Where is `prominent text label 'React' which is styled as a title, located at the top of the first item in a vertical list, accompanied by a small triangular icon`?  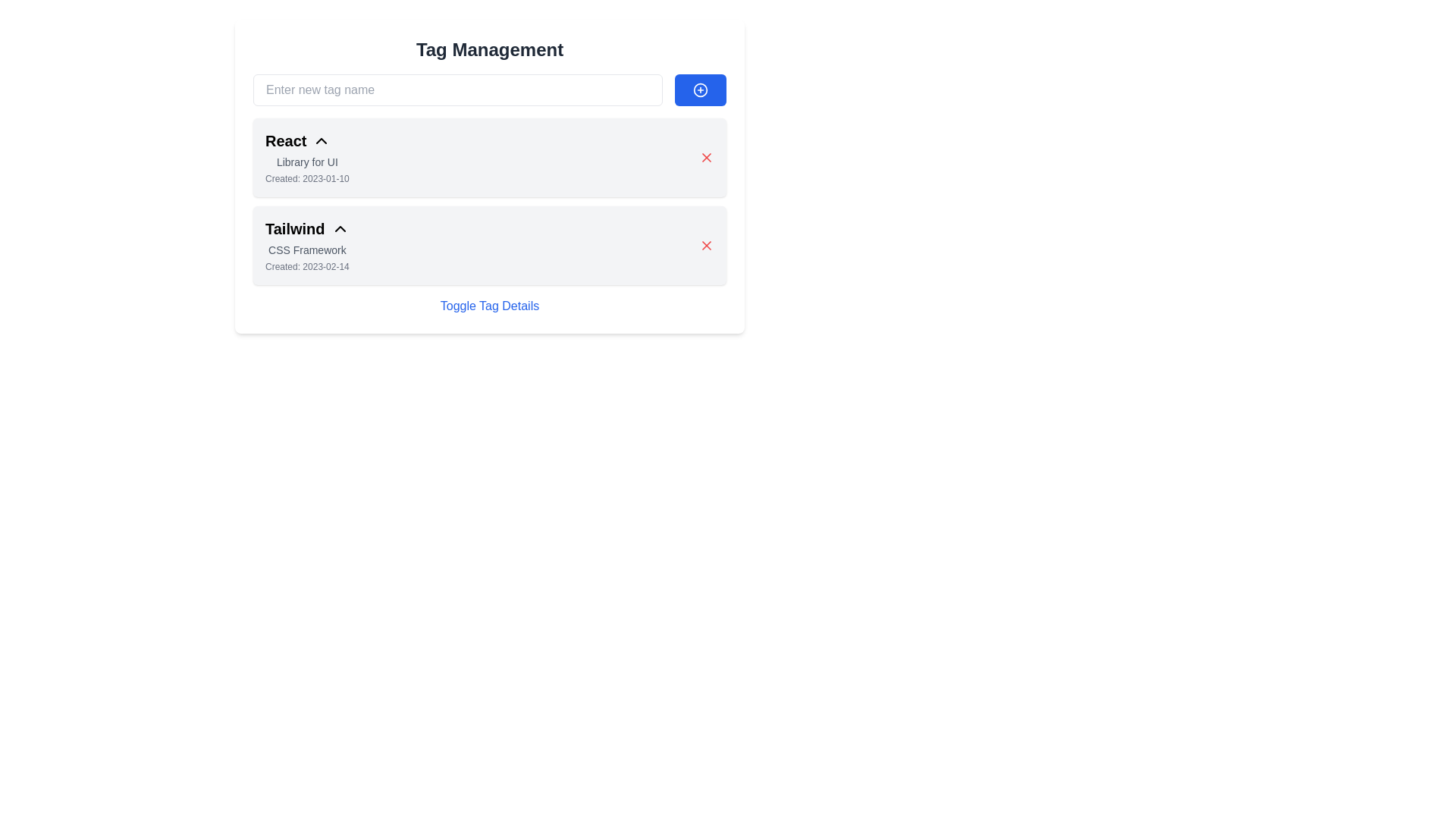
prominent text label 'React' which is styled as a title, located at the top of the first item in a vertical list, accompanied by a small triangular icon is located at coordinates (306, 140).